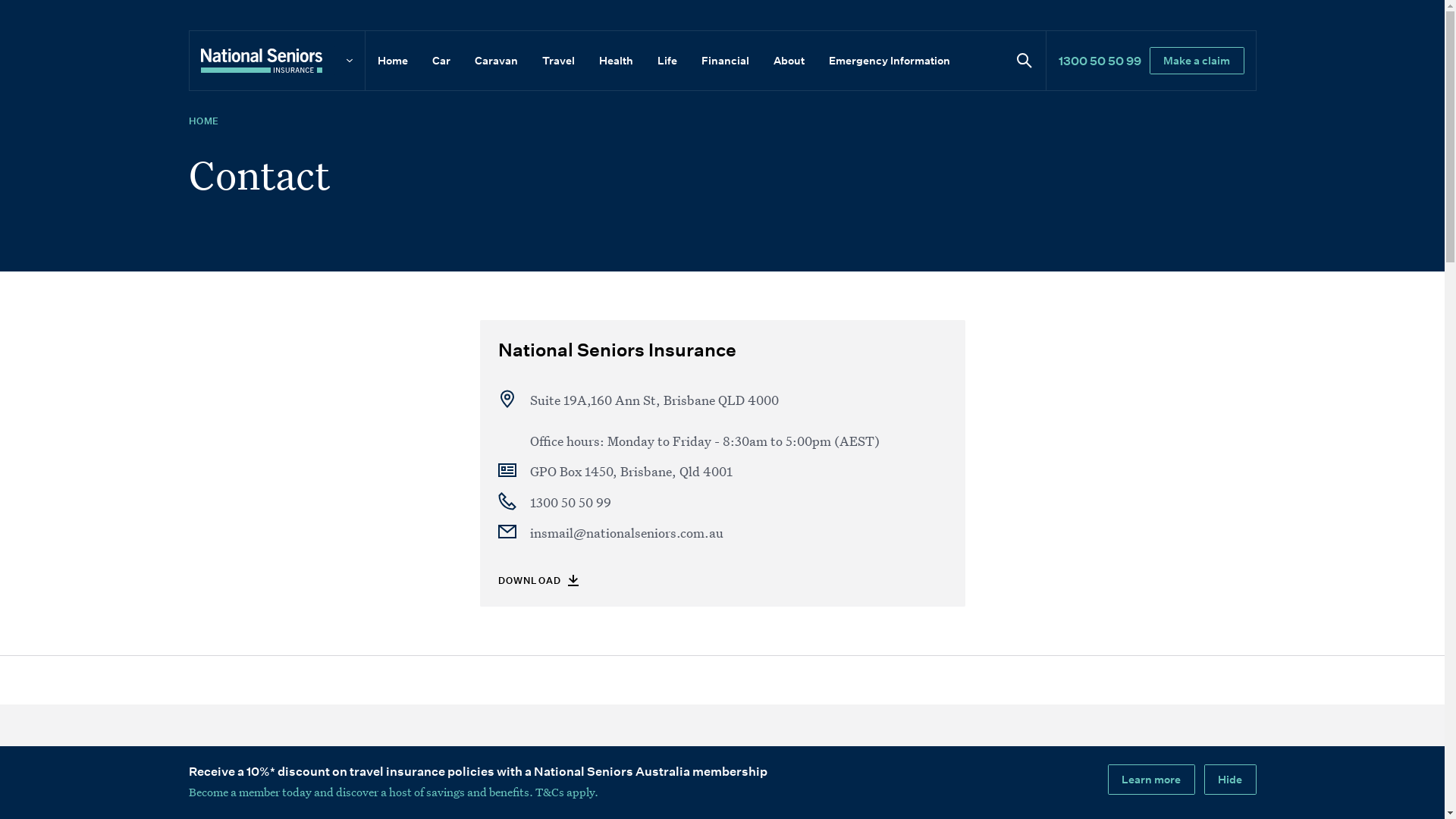 The height and width of the screenshot is (819, 1456). I want to click on 'Hide', so click(1230, 780).